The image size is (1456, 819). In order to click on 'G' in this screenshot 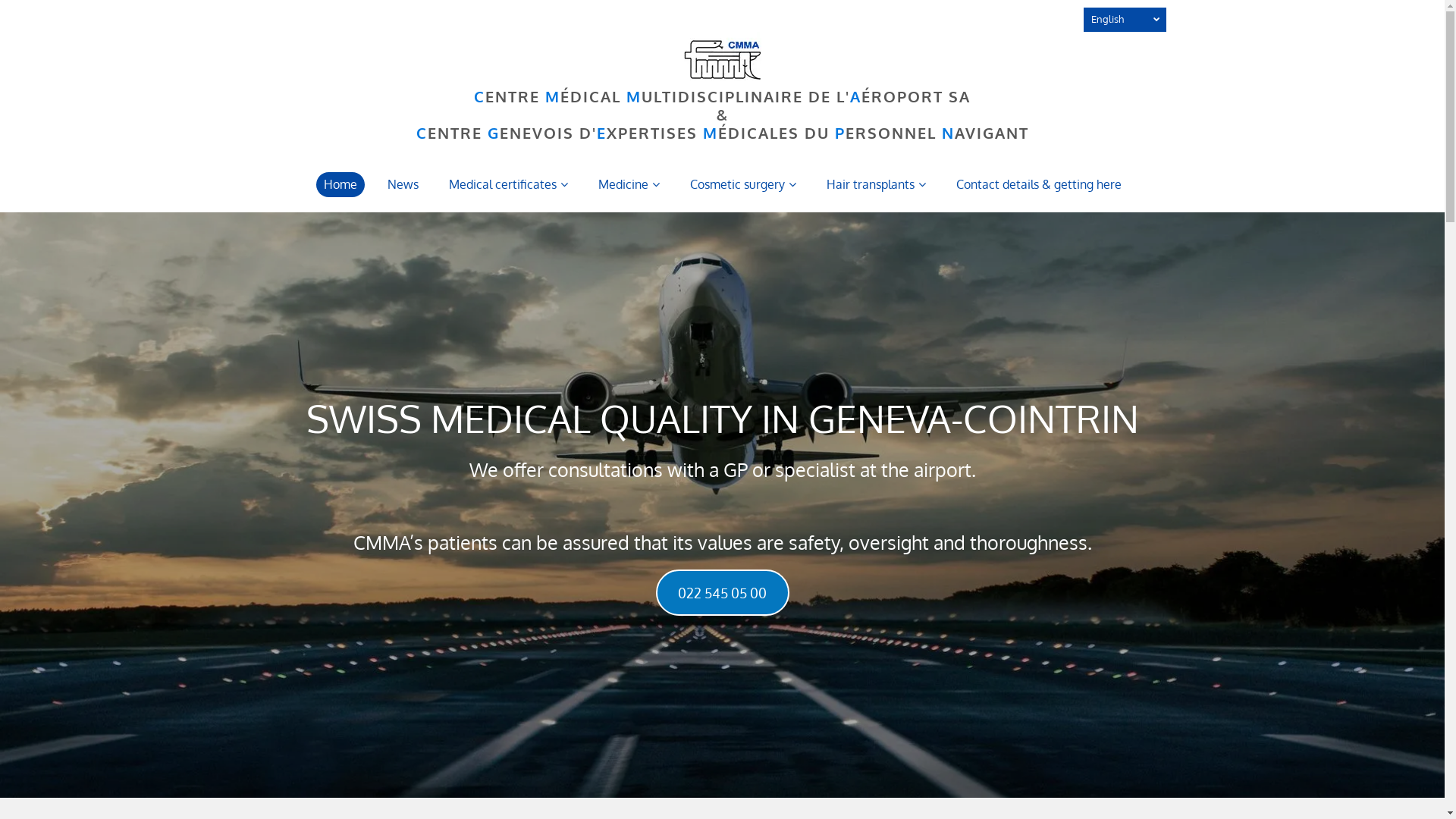, I will do `click(492, 131)`.